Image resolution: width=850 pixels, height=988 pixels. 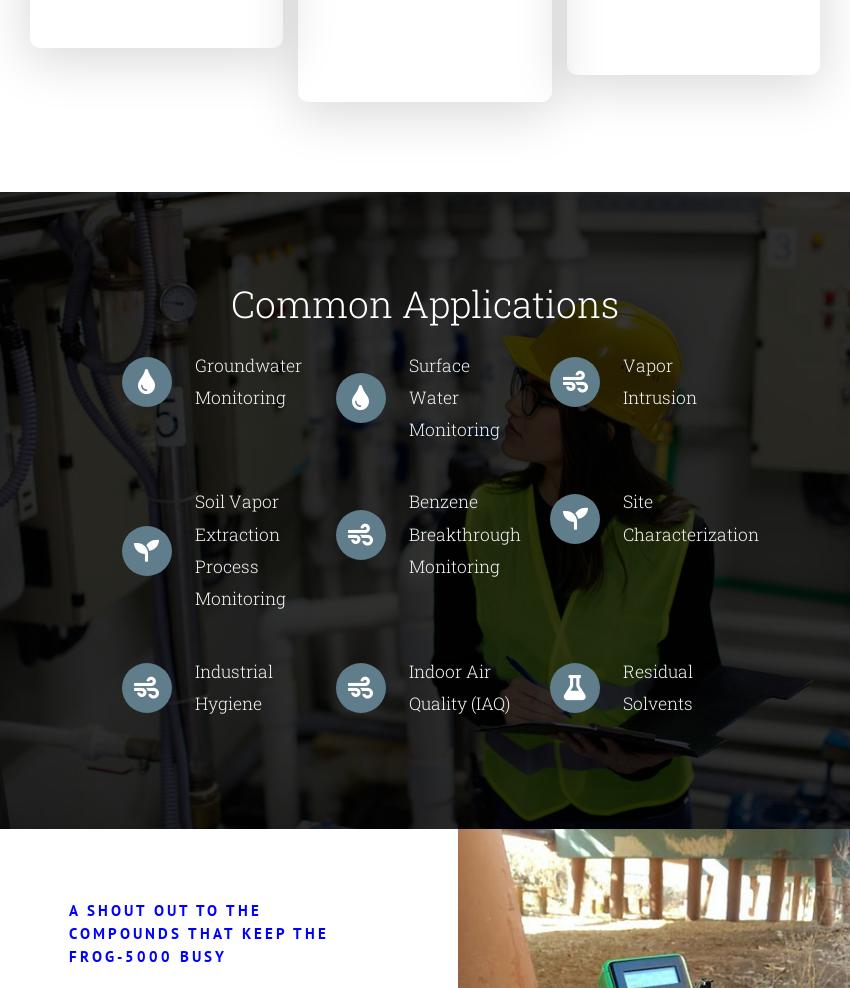 I want to click on 'Common Applications', so click(x=231, y=301).